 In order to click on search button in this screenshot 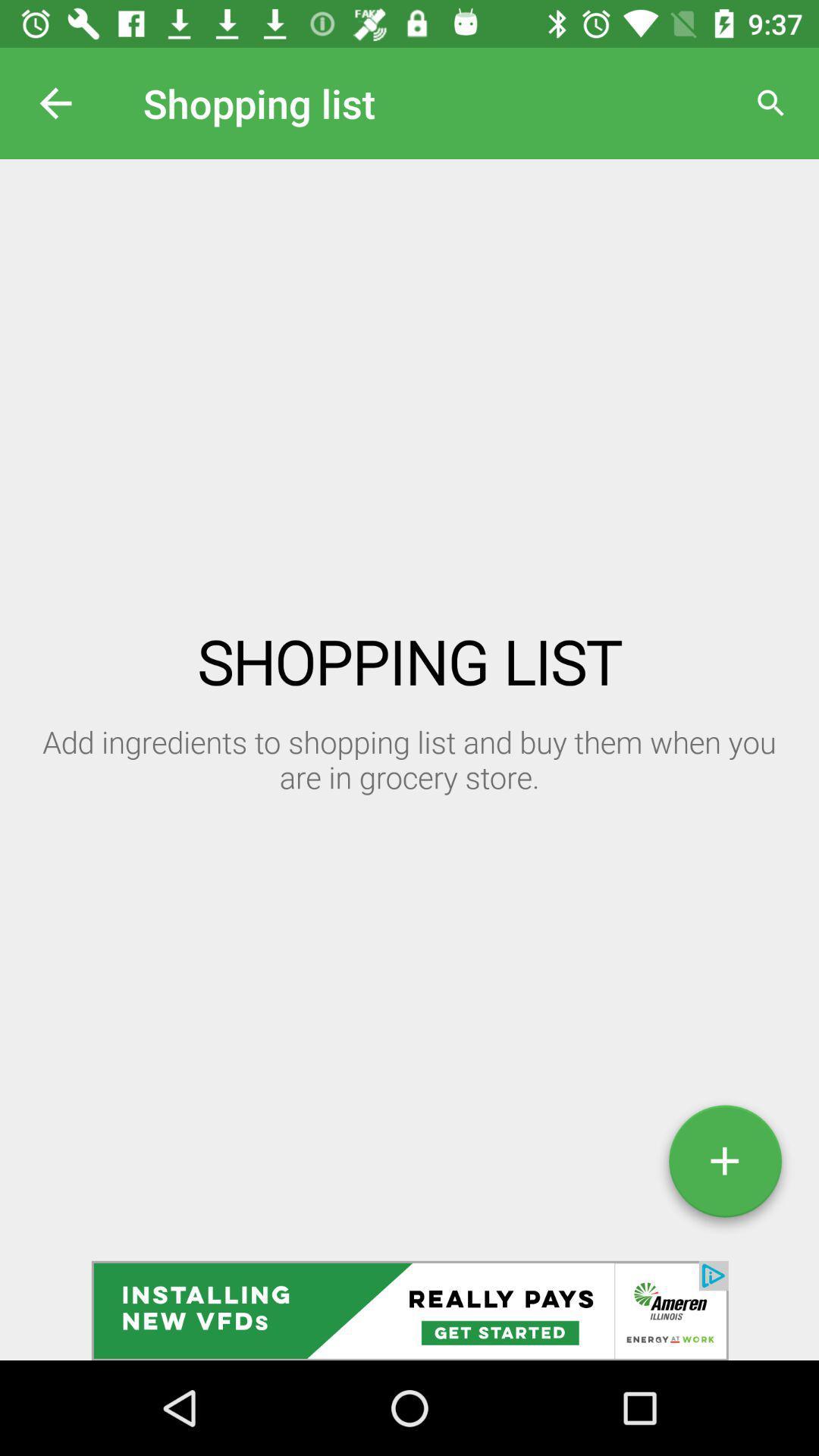, I will do `click(771, 103)`.